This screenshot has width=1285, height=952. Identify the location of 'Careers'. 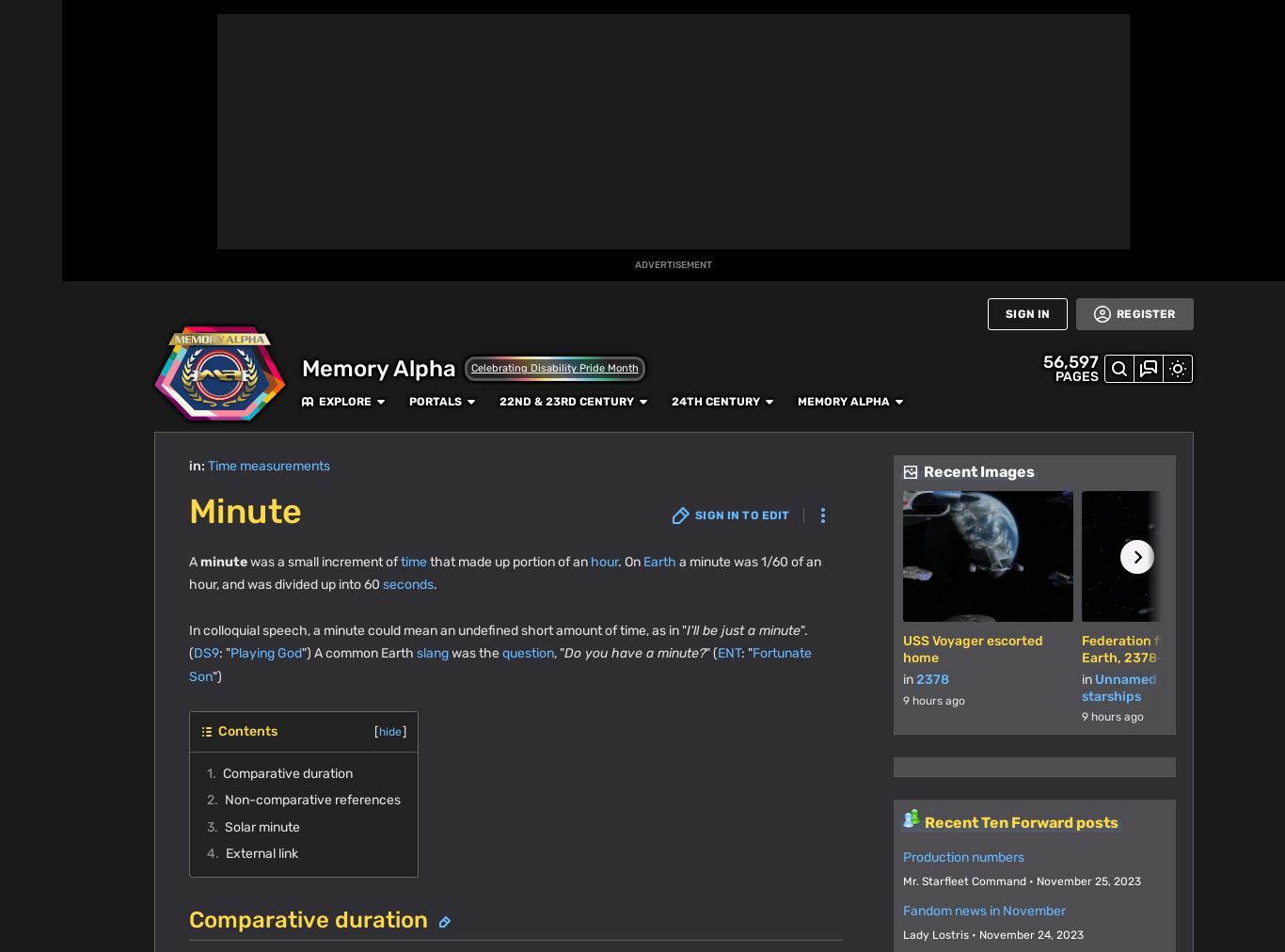
(469, 847).